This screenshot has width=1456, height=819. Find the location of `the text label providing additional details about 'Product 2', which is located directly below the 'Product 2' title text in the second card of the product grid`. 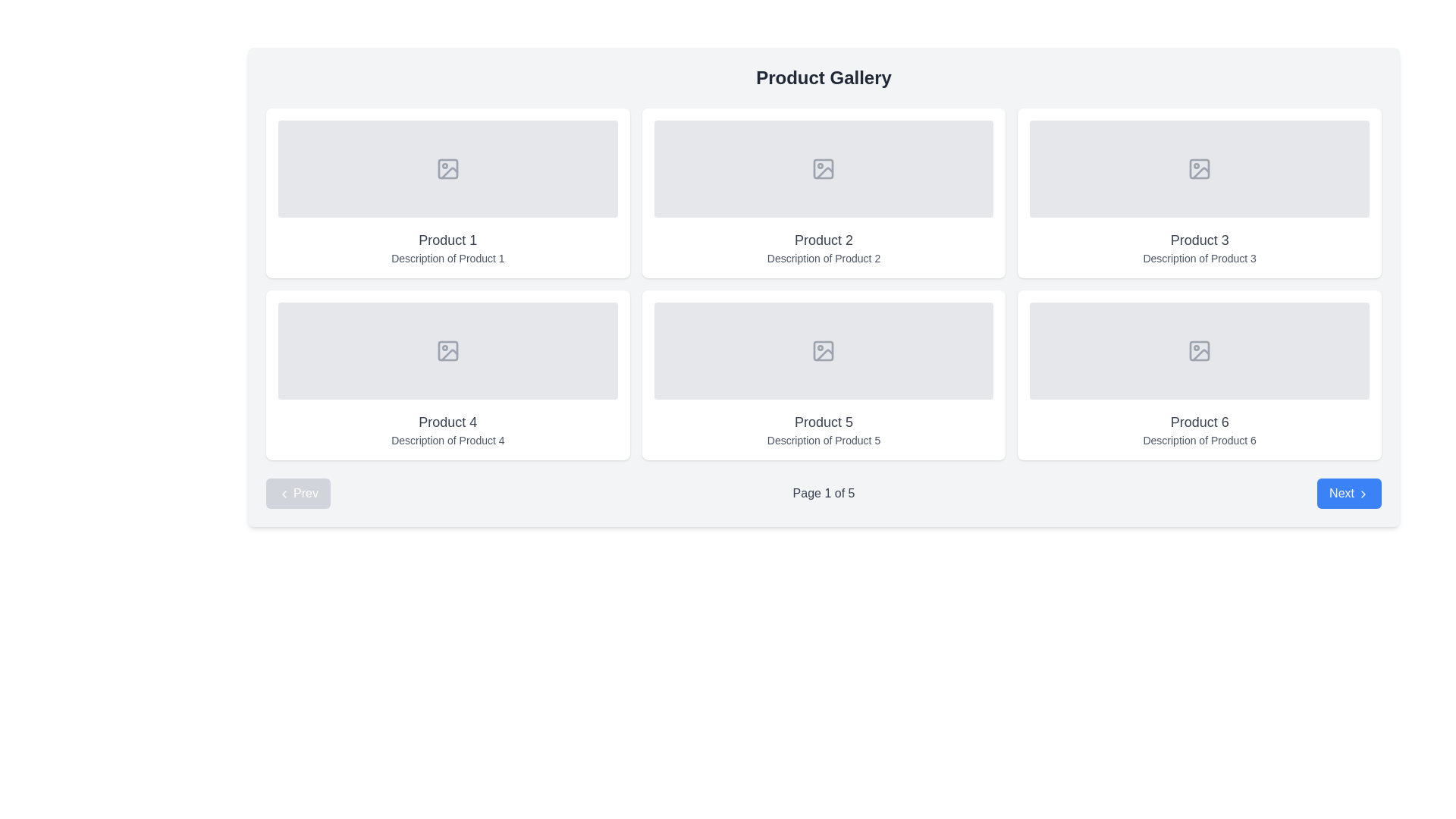

the text label providing additional details about 'Product 2', which is located directly below the 'Product 2' title text in the second card of the product grid is located at coordinates (823, 257).